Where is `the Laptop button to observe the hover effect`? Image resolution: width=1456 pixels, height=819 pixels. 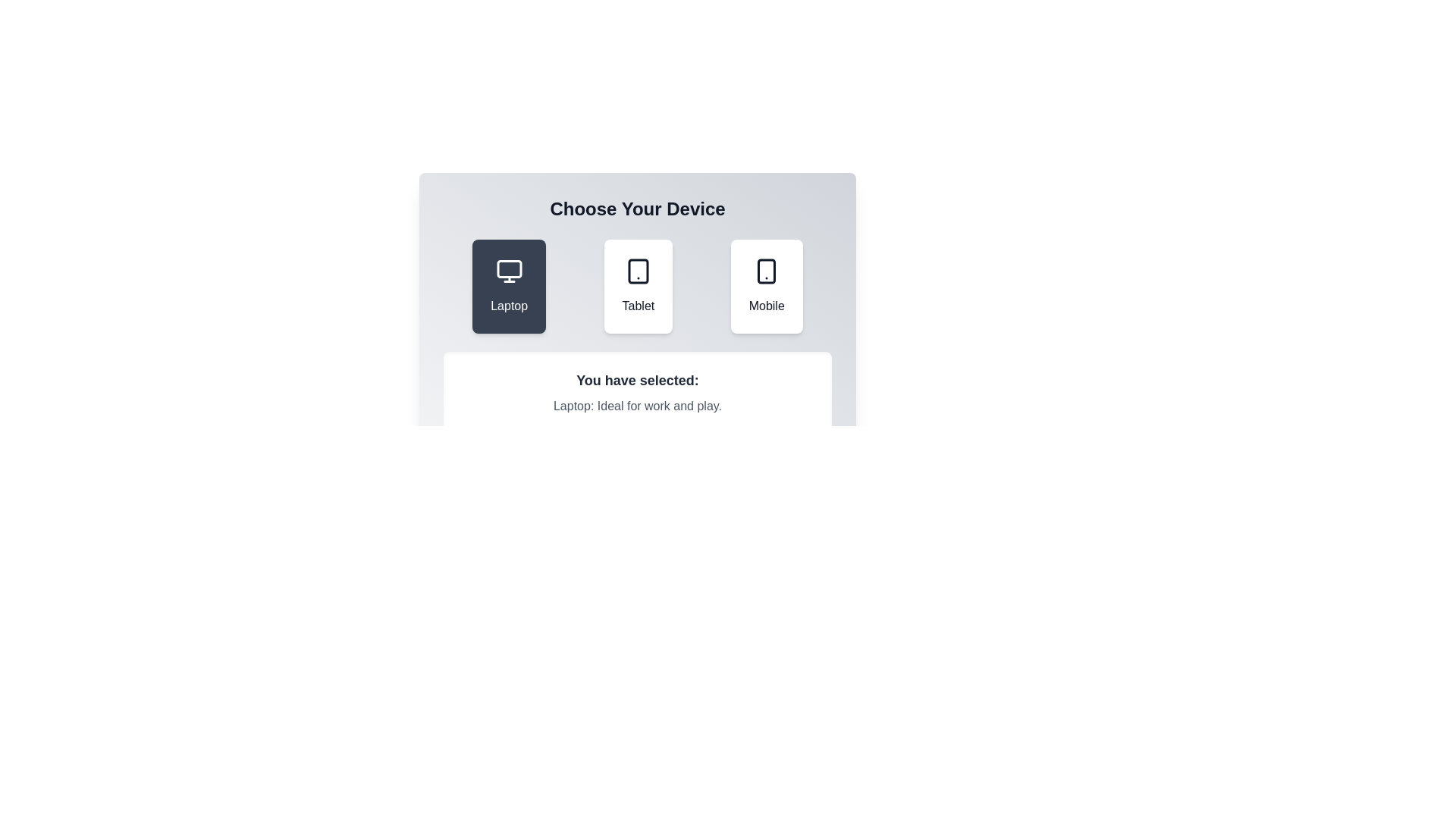 the Laptop button to observe the hover effect is located at coordinates (509, 287).